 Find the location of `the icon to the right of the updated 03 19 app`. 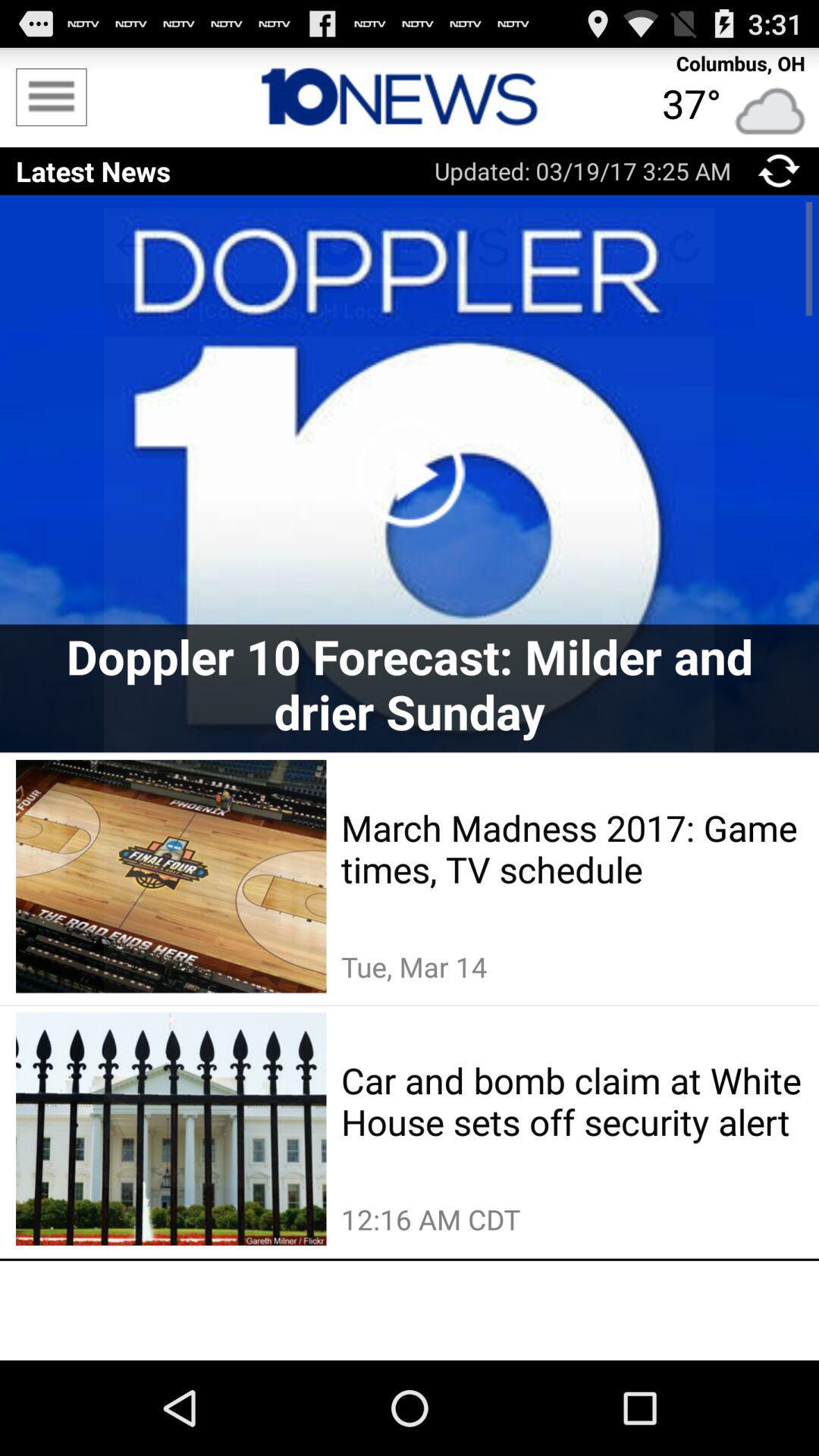

the icon to the right of the updated 03 19 app is located at coordinates (779, 171).